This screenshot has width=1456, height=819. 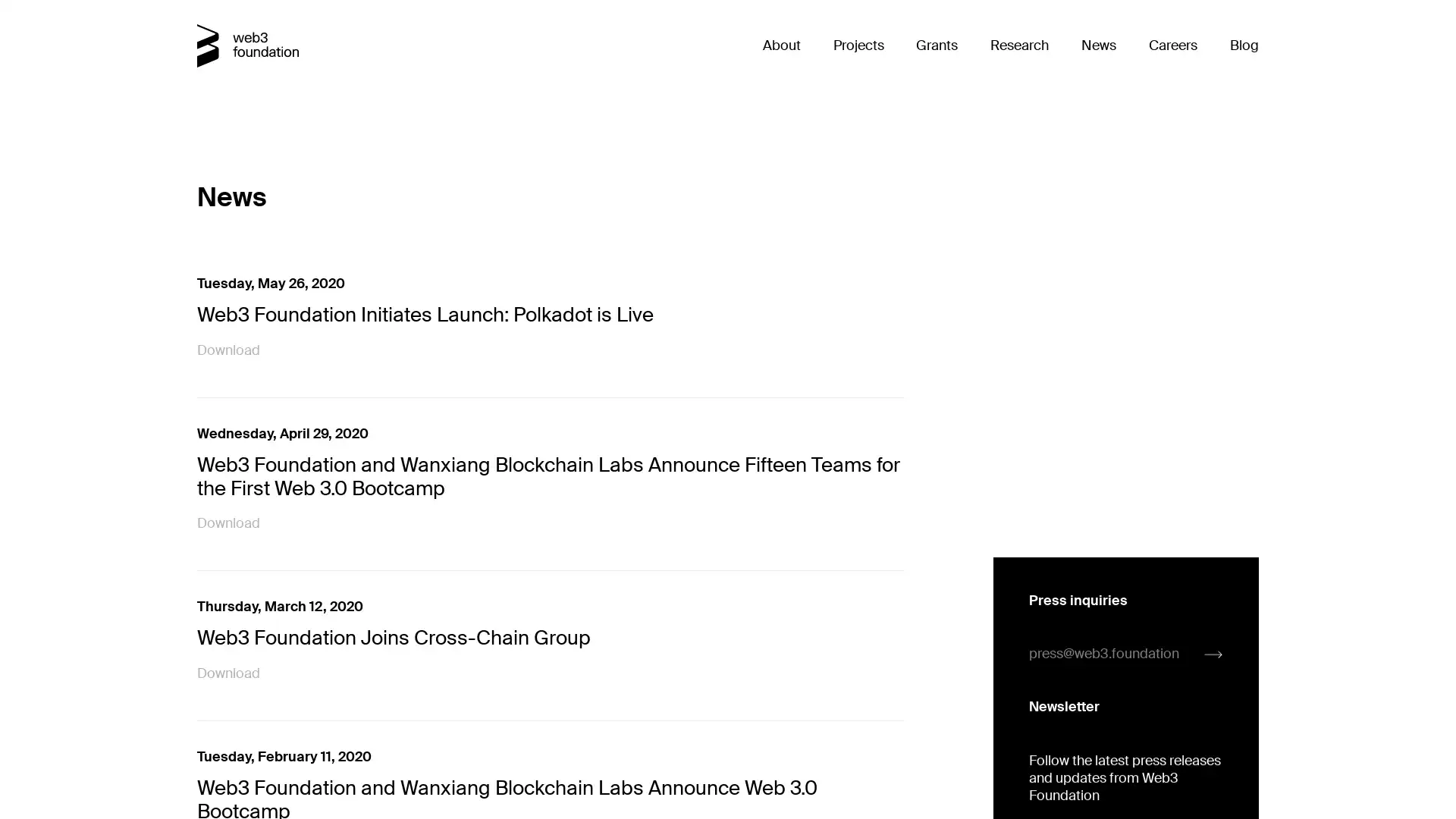 What do you see at coordinates (1062, 541) in the screenshot?
I see `Subscribe` at bounding box center [1062, 541].